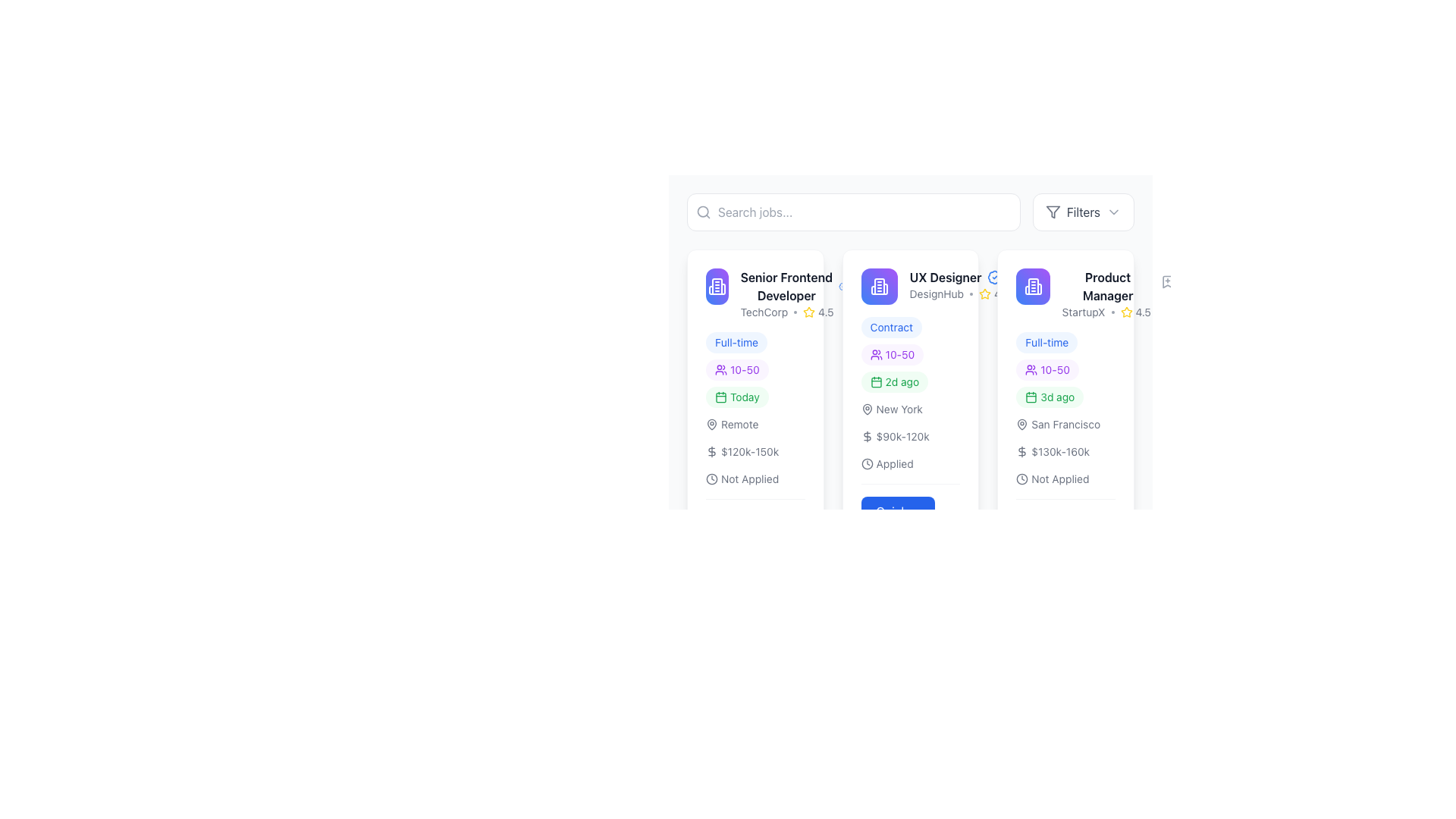 This screenshot has width=1456, height=819. What do you see at coordinates (755, 370) in the screenshot?
I see `the Text badge indicating company size or similar metadata in the job card interface to view details` at bounding box center [755, 370].